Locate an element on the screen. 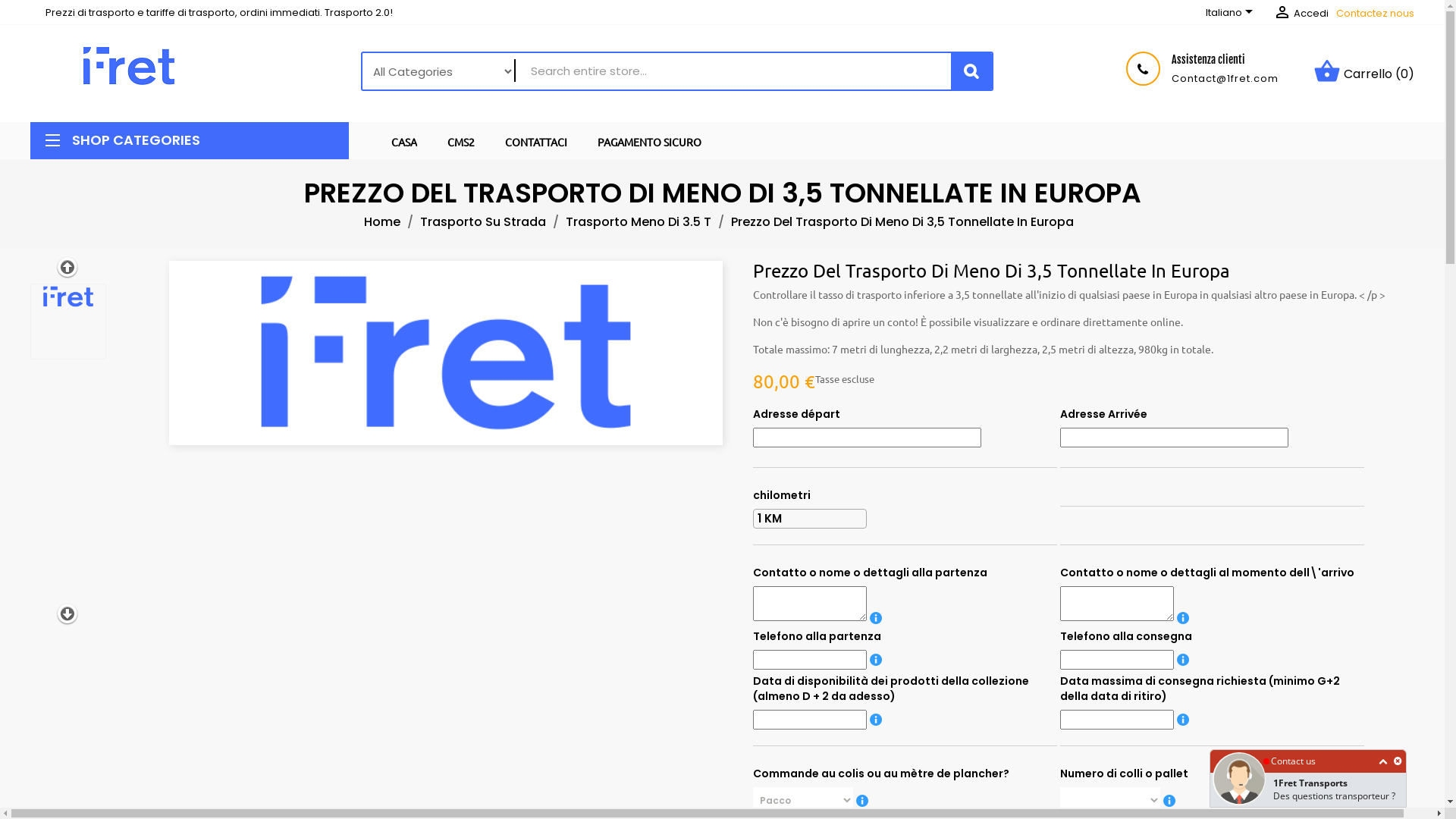  'Home' is located at coordinates (383, 221).